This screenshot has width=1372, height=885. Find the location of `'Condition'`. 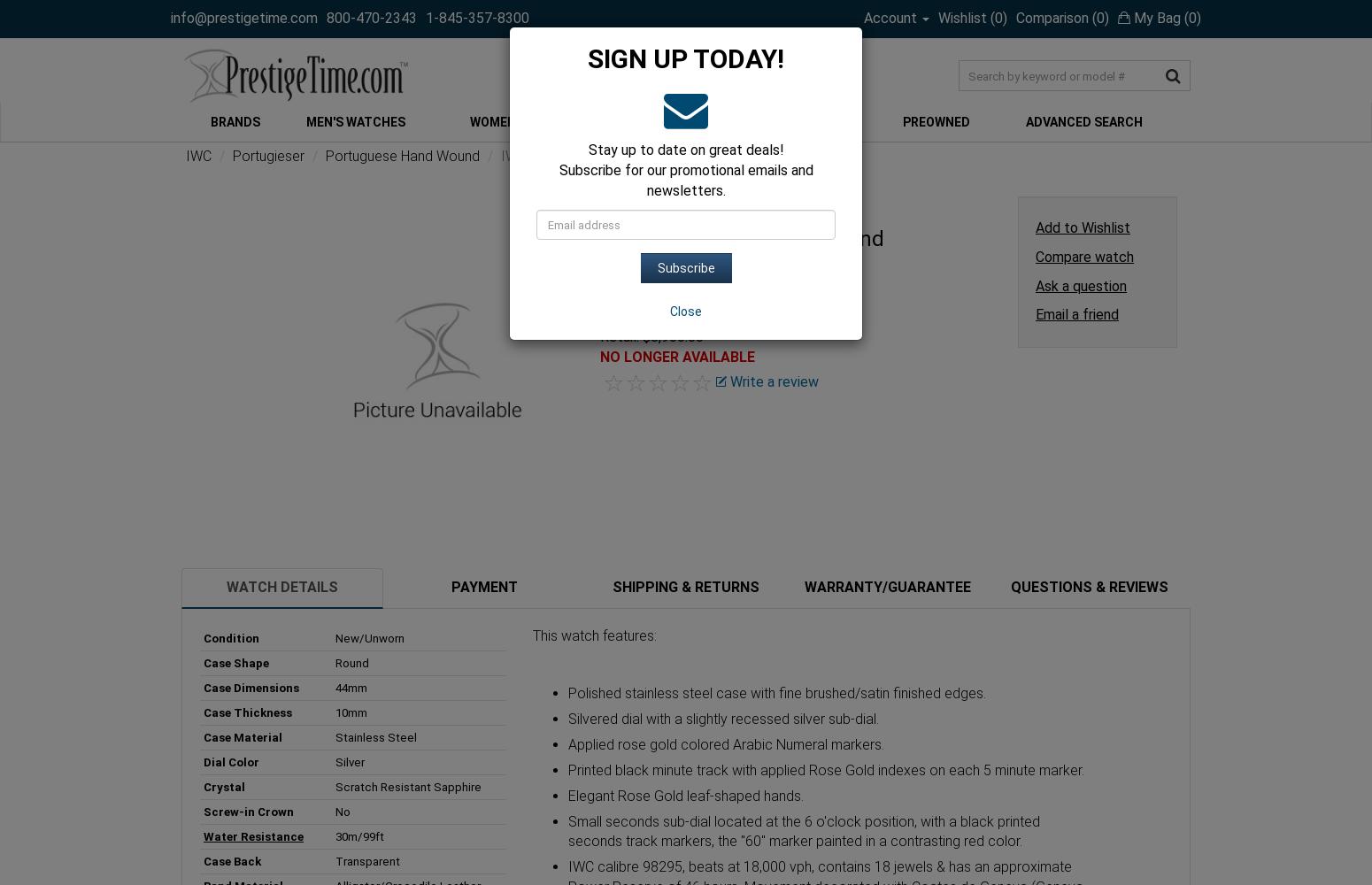

'Condition' is located at coordinates (231, 636).